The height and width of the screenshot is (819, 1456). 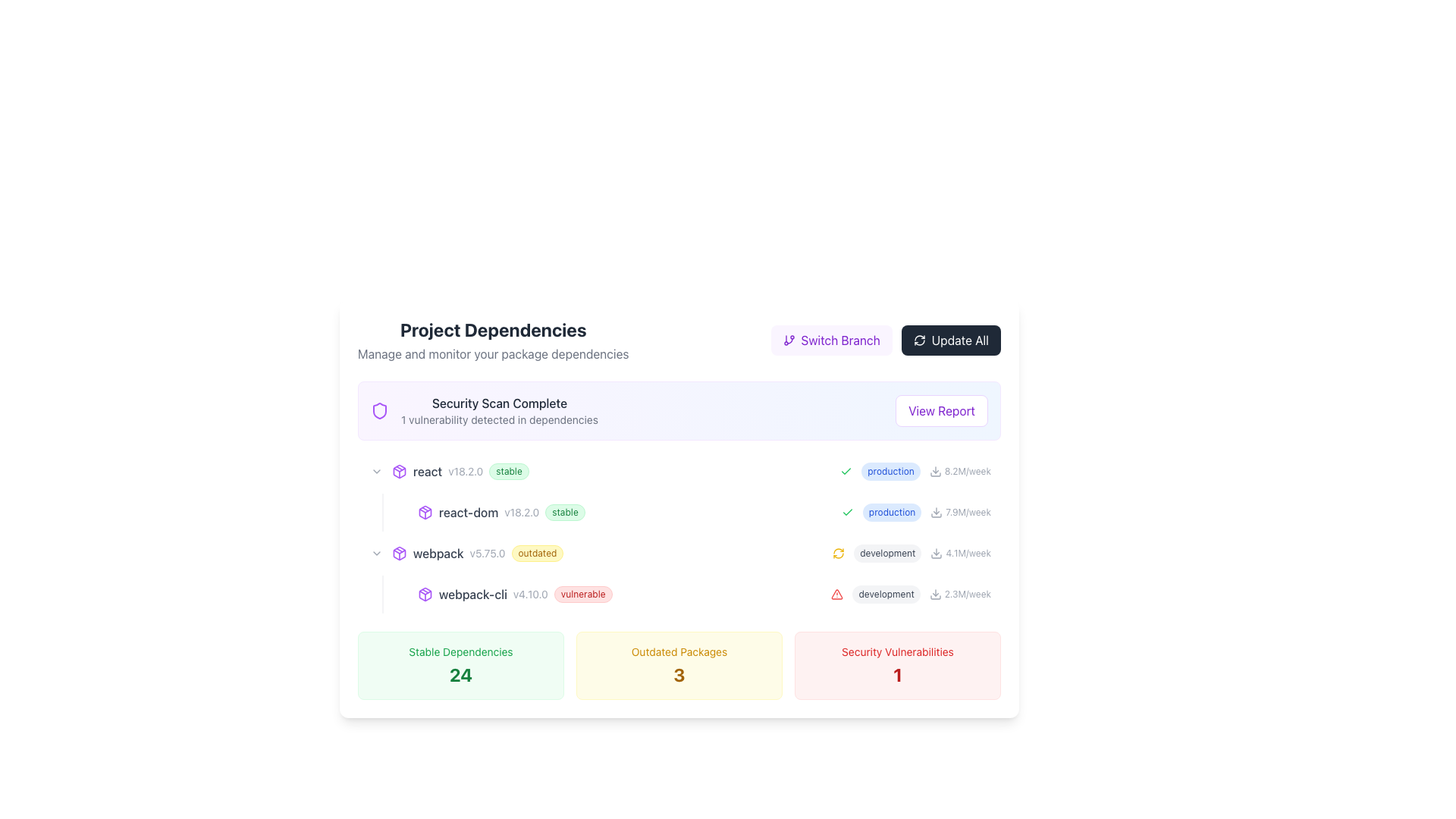 What do you see at coordinates (968, 512) in the screenshot?
I see `the text label displaying '7.9M/week', which is styled in gray and located to the right of the download icon in the dependencies list for the 'react-dom' package` at bounding box center [968, 512].